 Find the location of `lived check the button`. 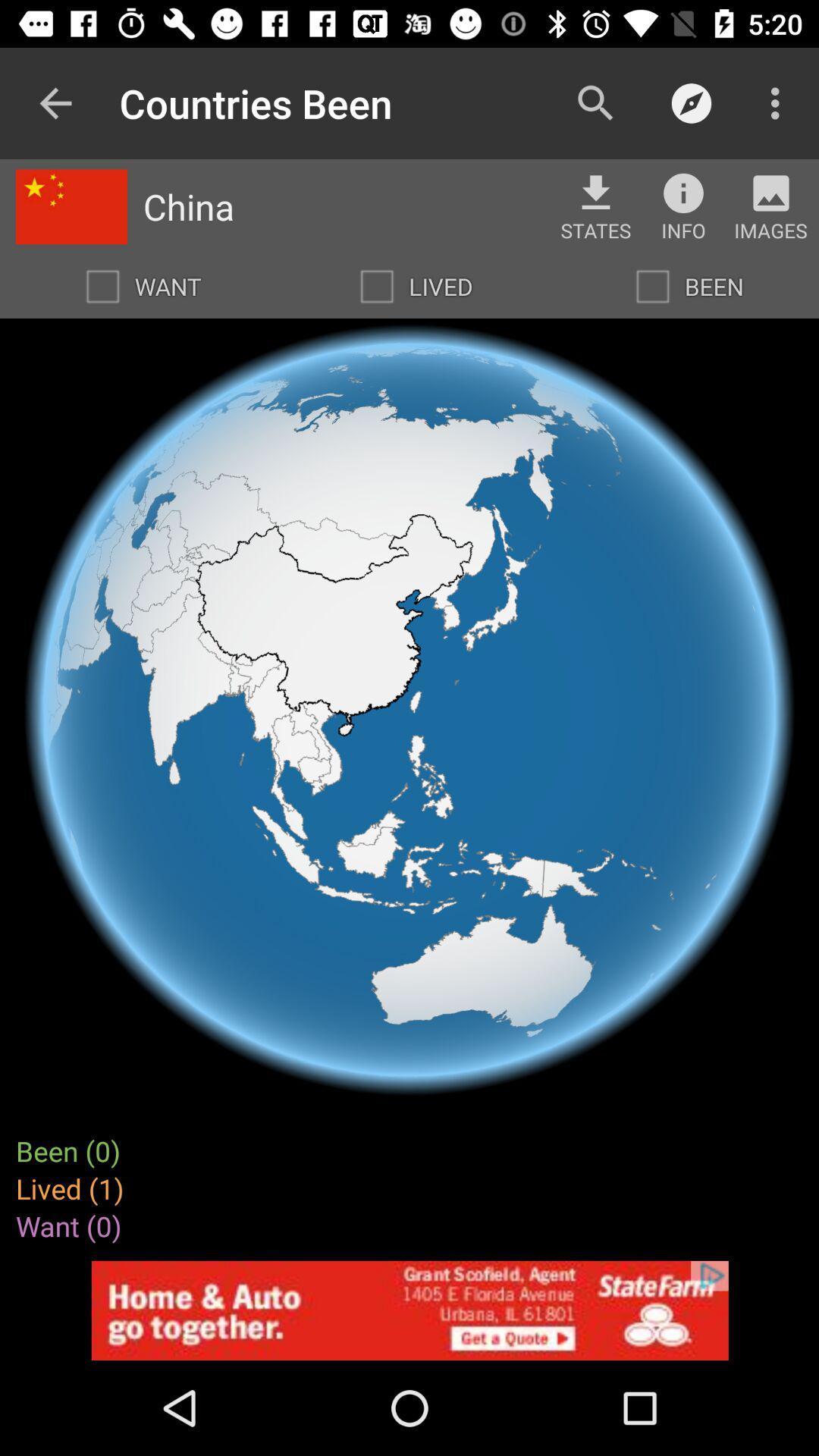

lived check the button is located at coordinates (376, 287).